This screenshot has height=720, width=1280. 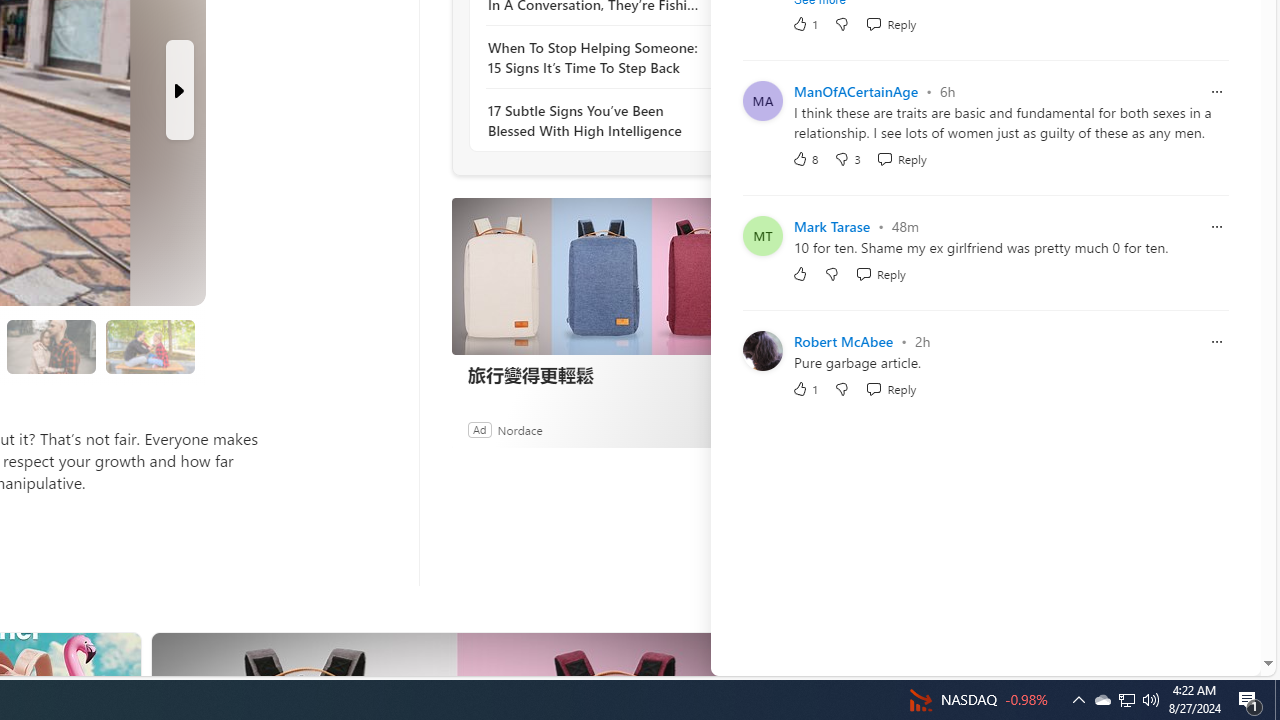 What do you see at coordinates (519, 428) in the screenshot?
I see `'Nordace'` at bounding box center [519, 428].